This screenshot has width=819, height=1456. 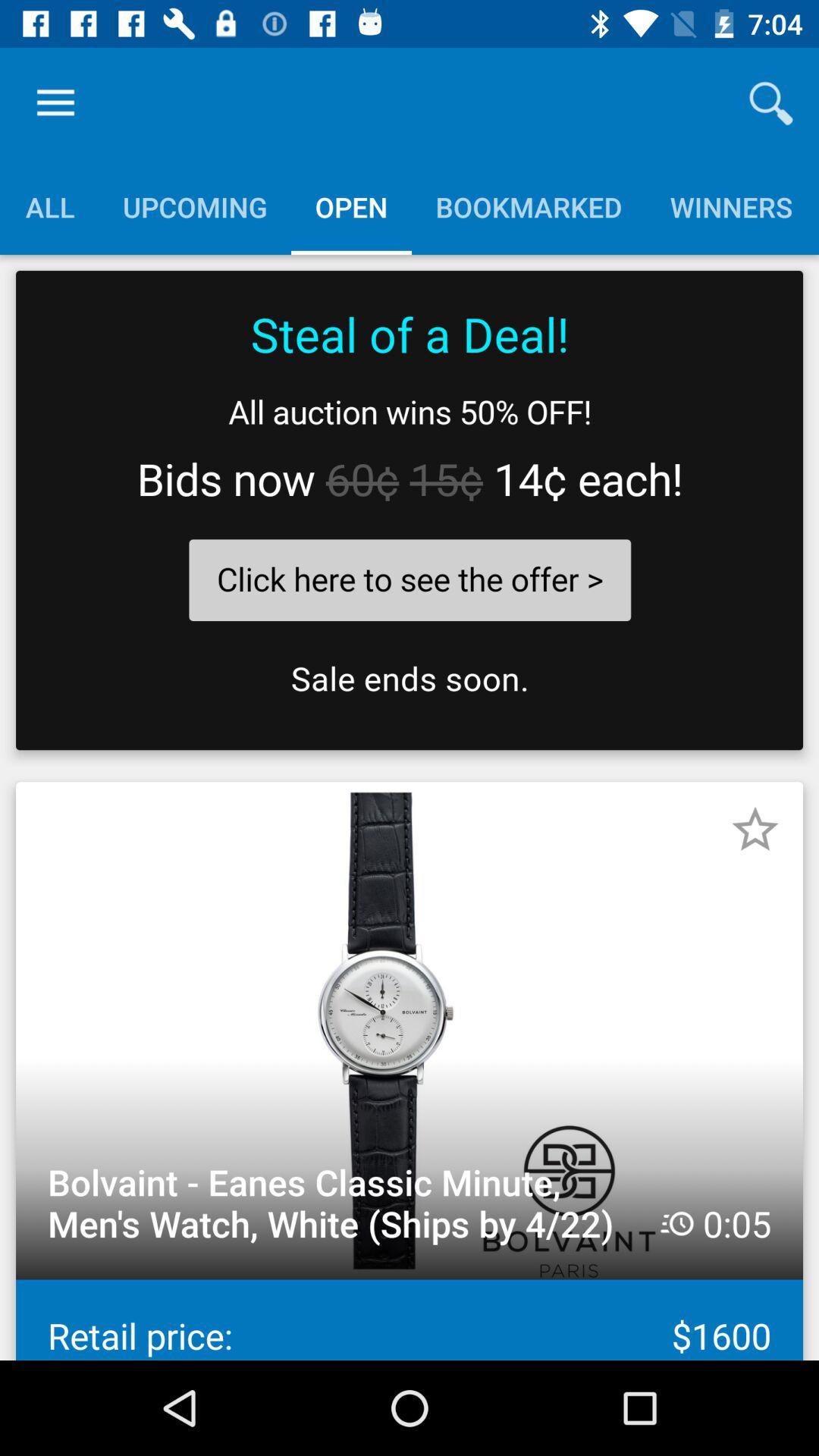 What do you see at coordinates (409, 510) in the screenshot?
I see `offer` at bounding box center [409, 510].